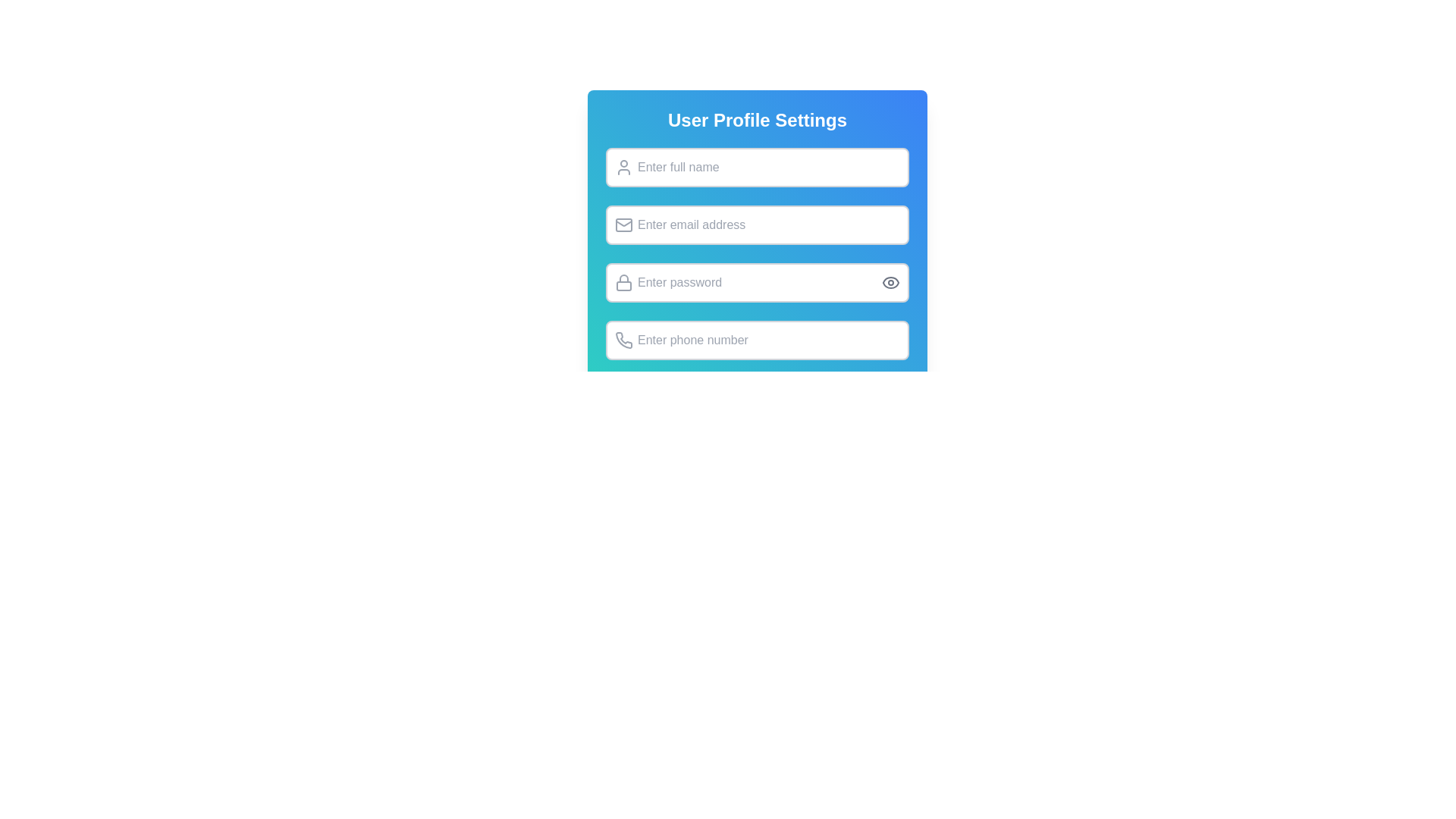  Describe the element at coordinates (623, 167) in the screenshot. I see `the user icon, which is a minimalist gray circular head with shoulders, located inside the 'Enter full name' input field at the top-left corner` at that location.